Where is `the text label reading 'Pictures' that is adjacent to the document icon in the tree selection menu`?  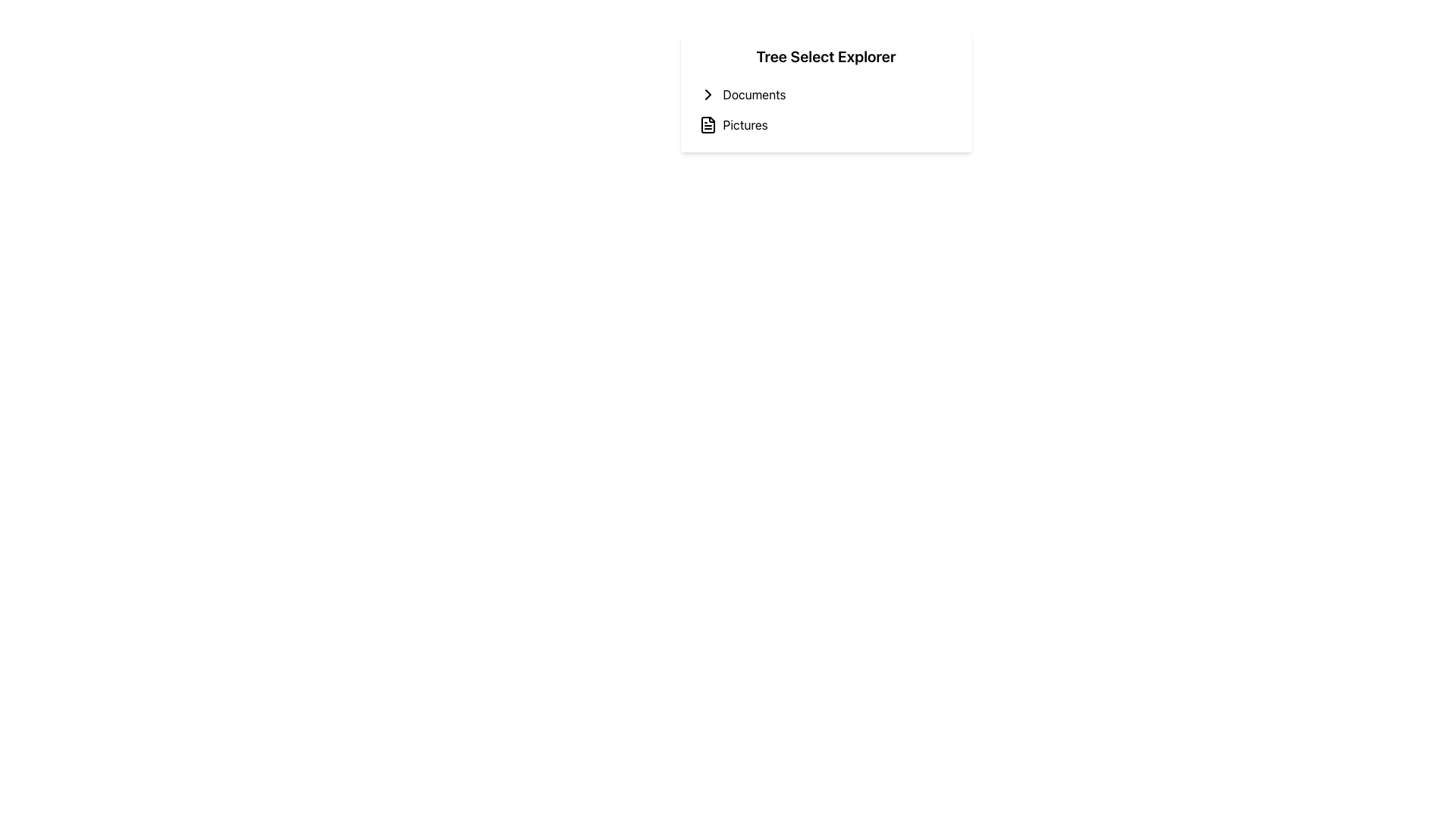
the text label reading 'Pictures' that is adjacent to the document icon in the tree selection menu is located at coordinates (745, 124).